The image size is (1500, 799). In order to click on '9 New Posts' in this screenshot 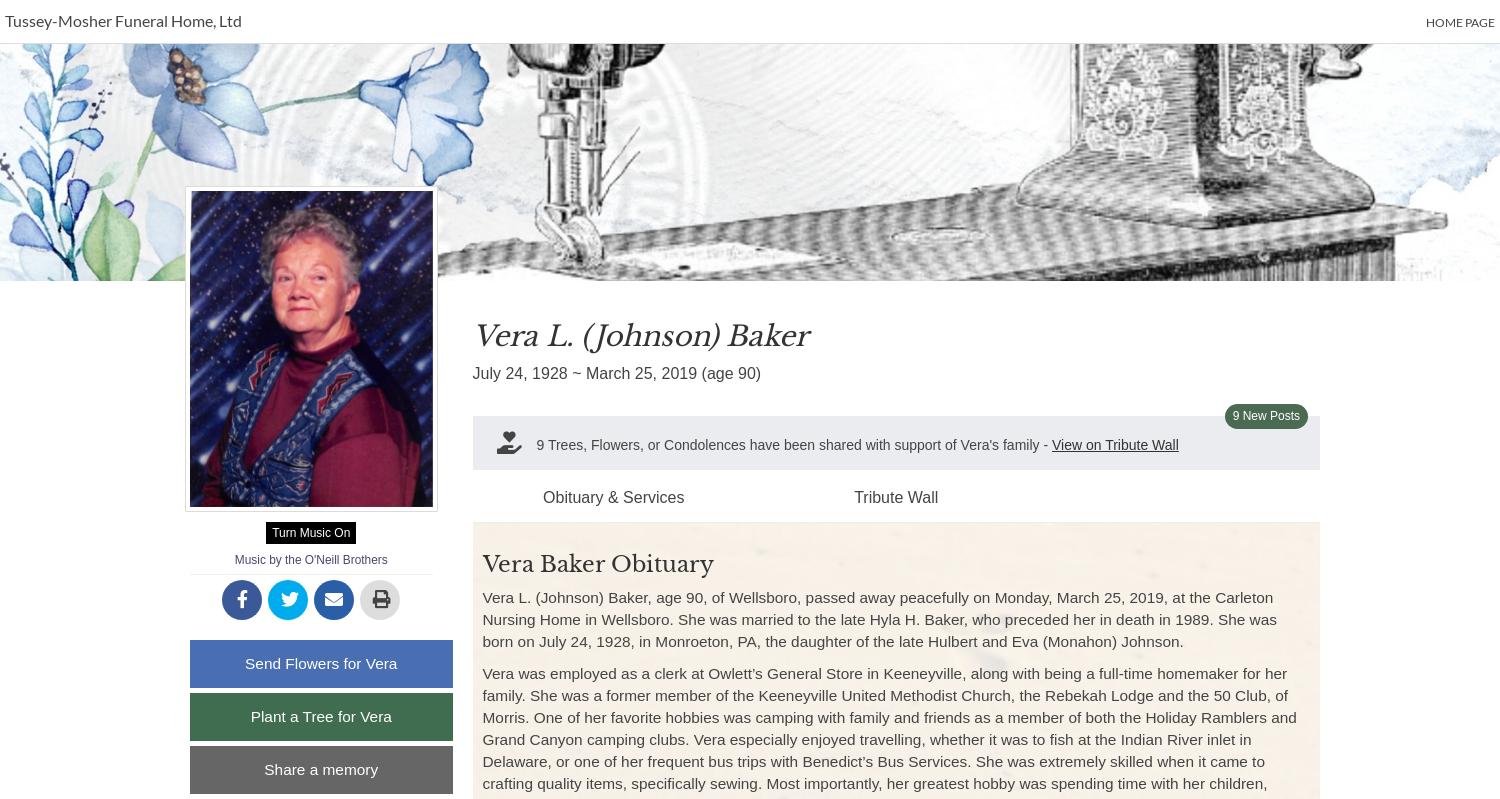, I will do `click(1266, 415)`.